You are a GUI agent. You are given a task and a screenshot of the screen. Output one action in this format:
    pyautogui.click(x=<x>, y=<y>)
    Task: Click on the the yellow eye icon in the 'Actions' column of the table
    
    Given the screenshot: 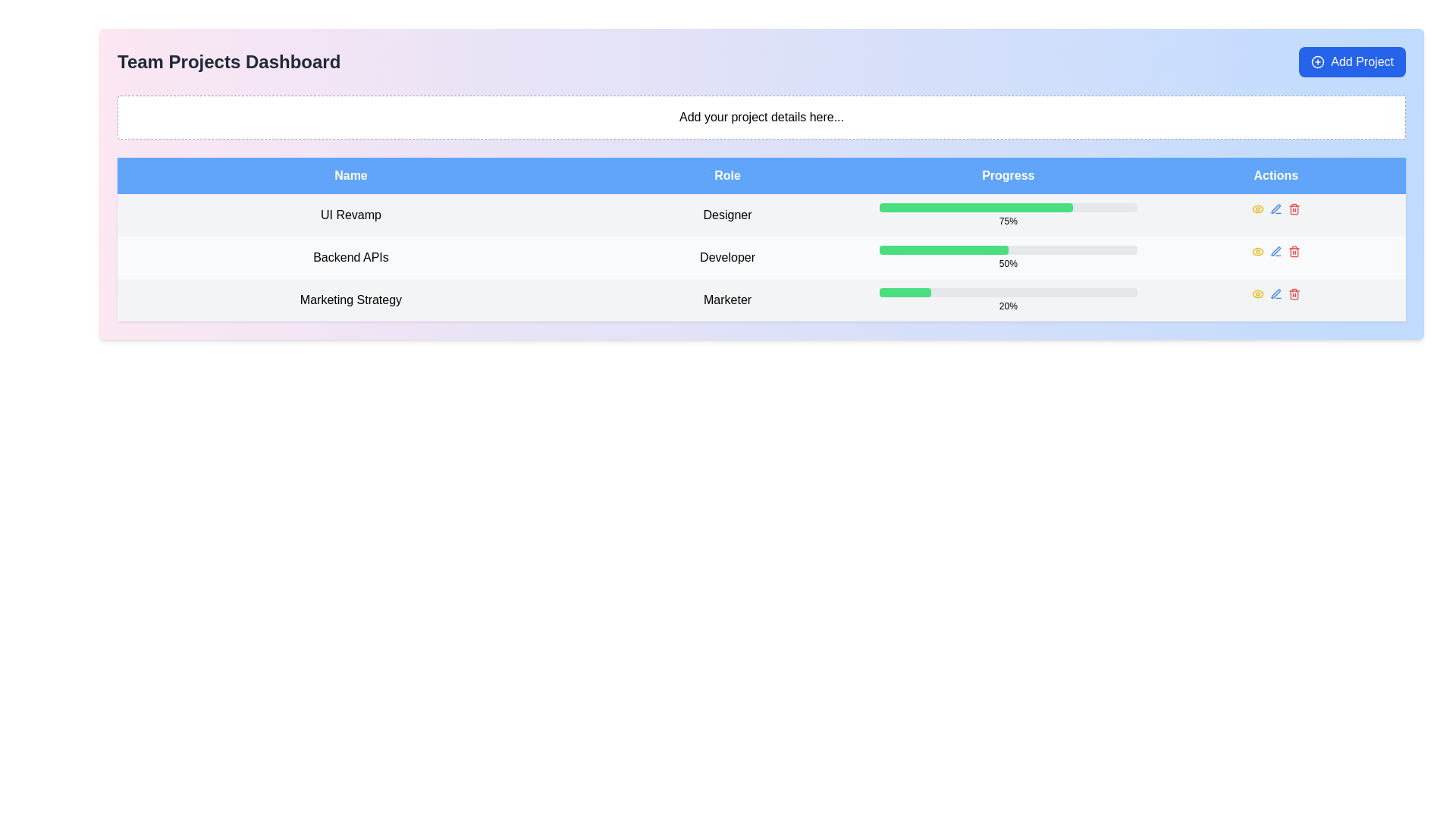 What is the action you would take?
    pyautogui.click(x=1257, y=209)
    